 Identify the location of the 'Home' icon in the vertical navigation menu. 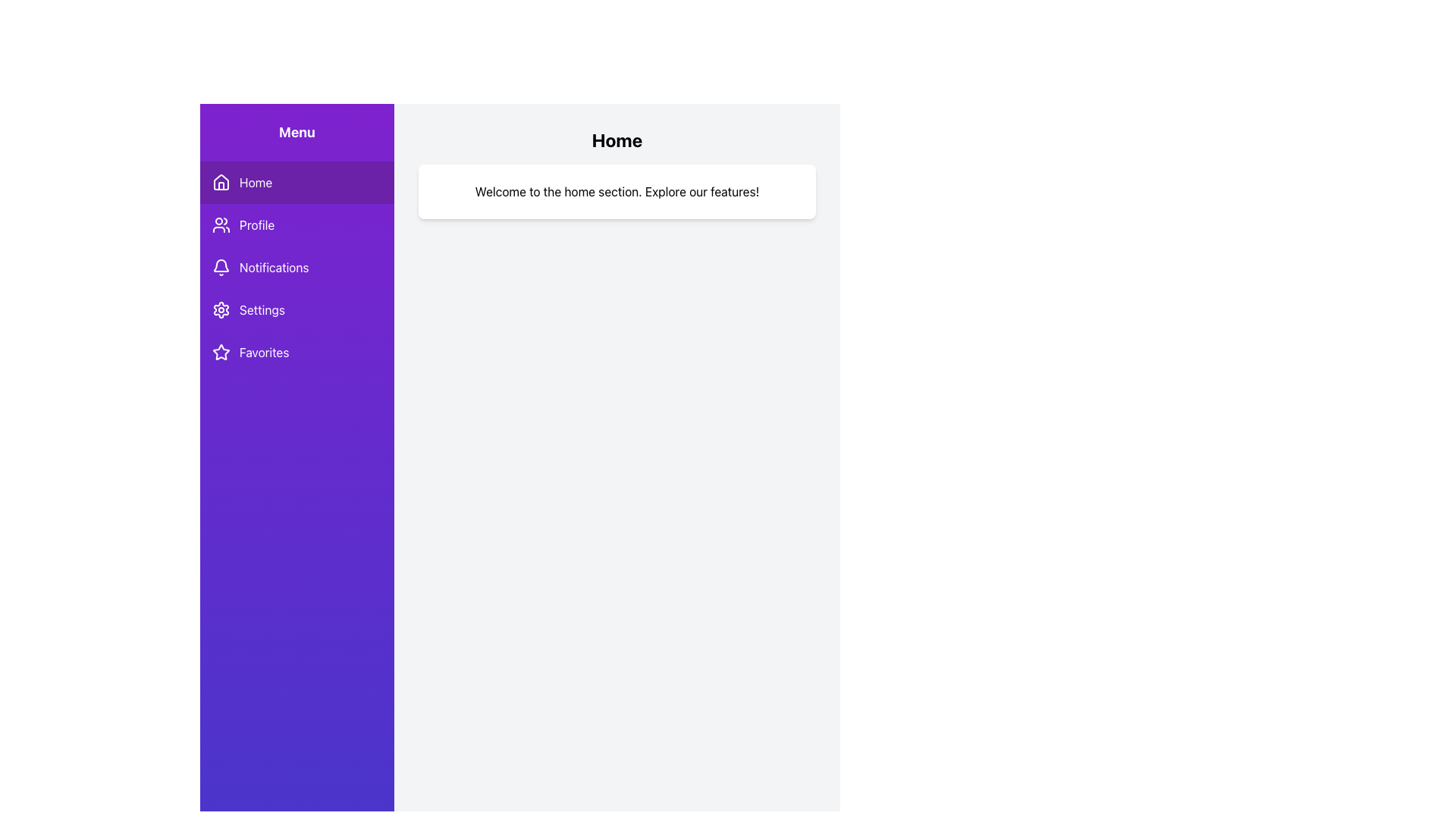
(221, 181).